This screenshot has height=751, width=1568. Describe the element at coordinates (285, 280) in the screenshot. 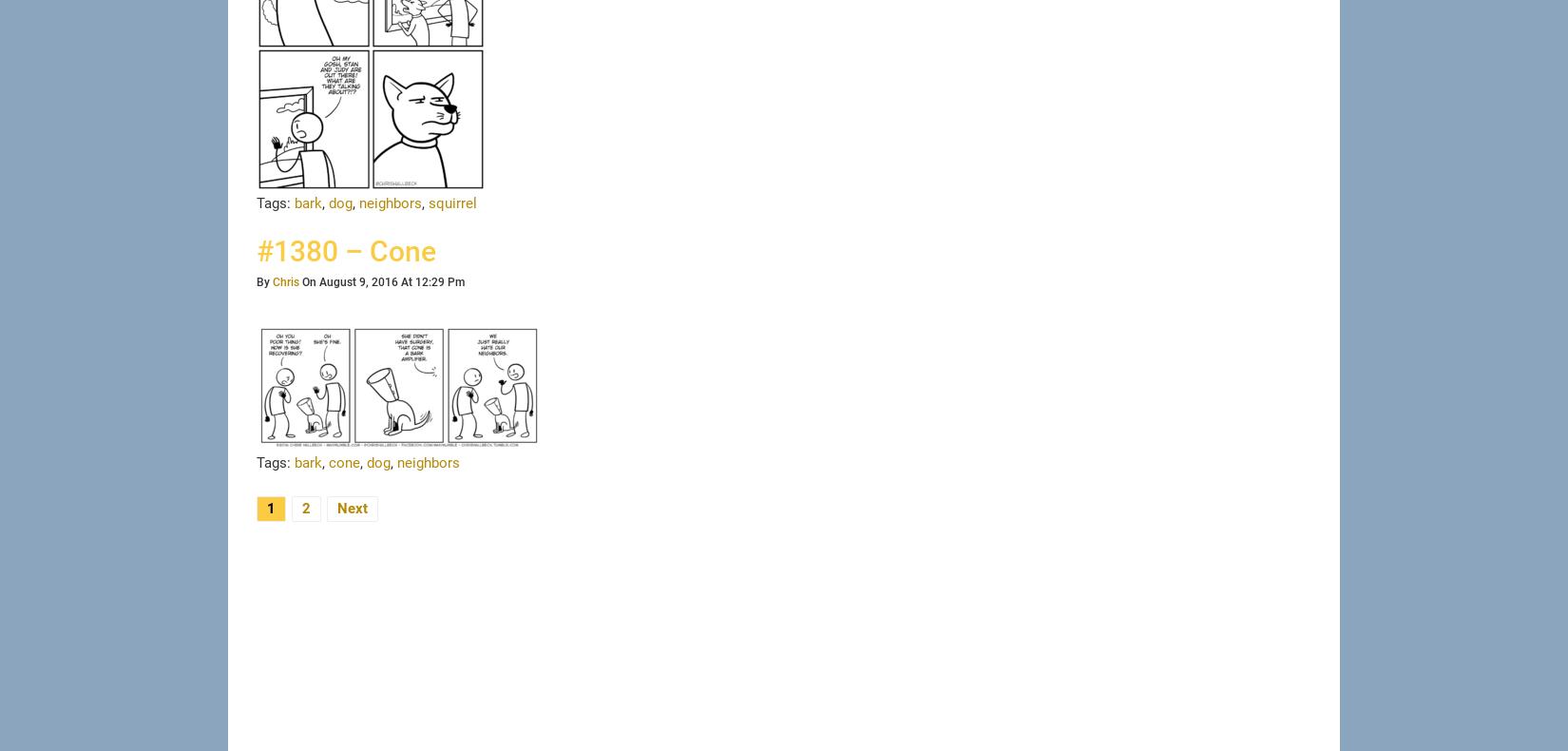

I see `'Chris'` at that location.